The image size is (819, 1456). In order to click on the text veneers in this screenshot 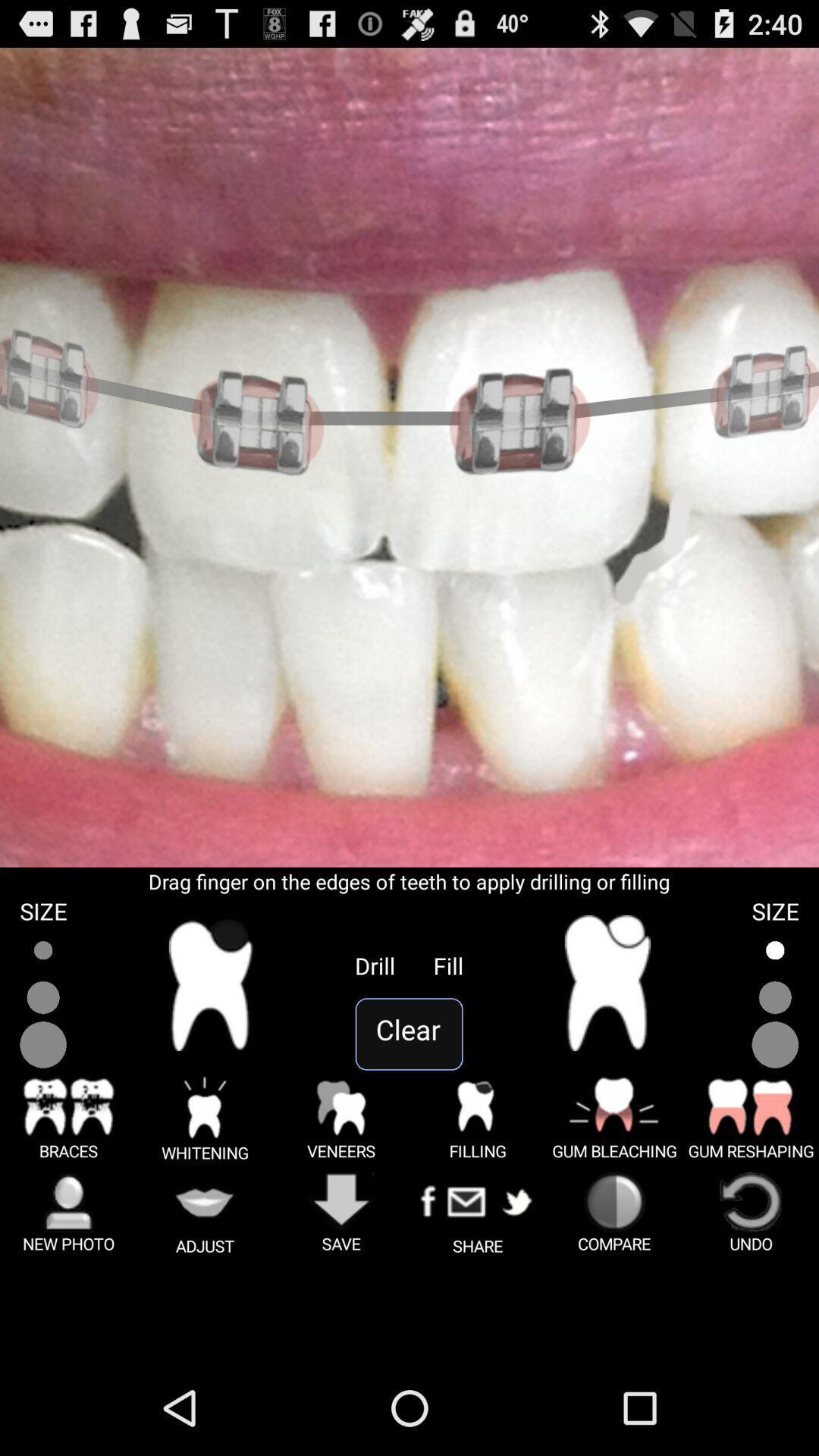, I will do `click(341, 1118)`.